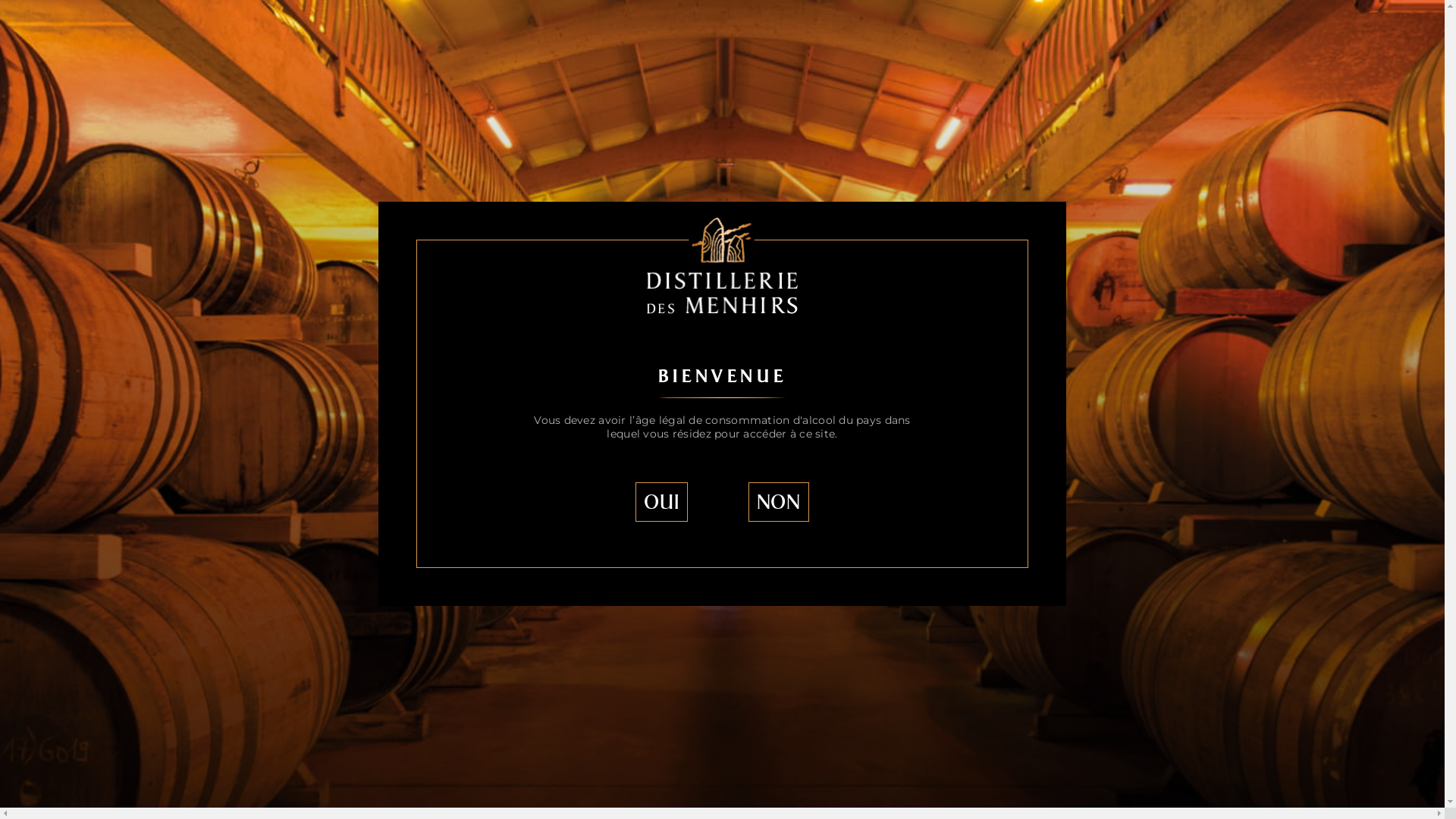 Image resolution: width=1456 pixels, height=819 pixels. Describe the element at coordinates (368, 34) in the screenshot. I see `'LA DISTILLERIE'` at that location.